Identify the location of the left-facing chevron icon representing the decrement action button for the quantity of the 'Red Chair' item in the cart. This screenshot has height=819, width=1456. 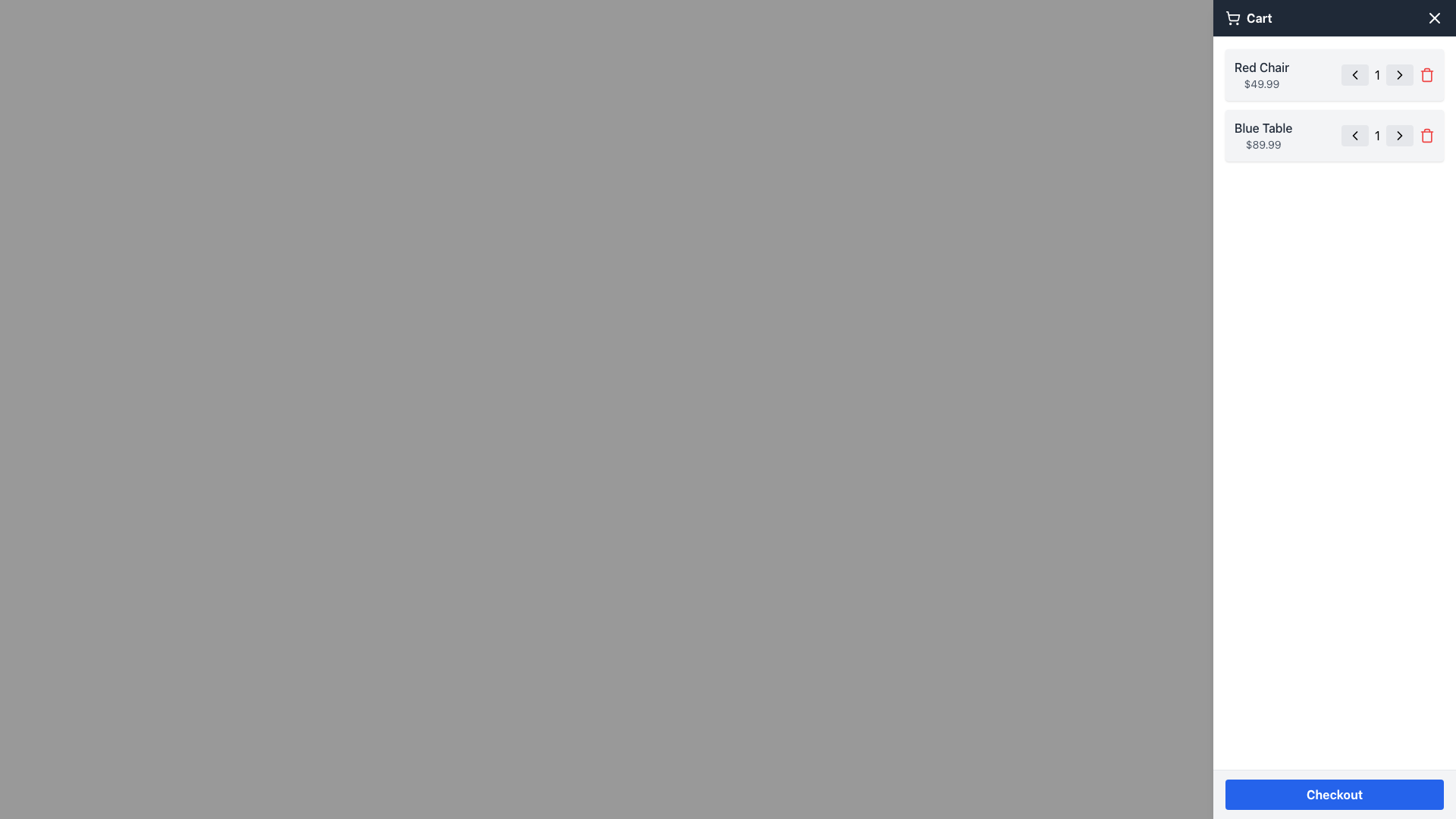
(1354, 75).